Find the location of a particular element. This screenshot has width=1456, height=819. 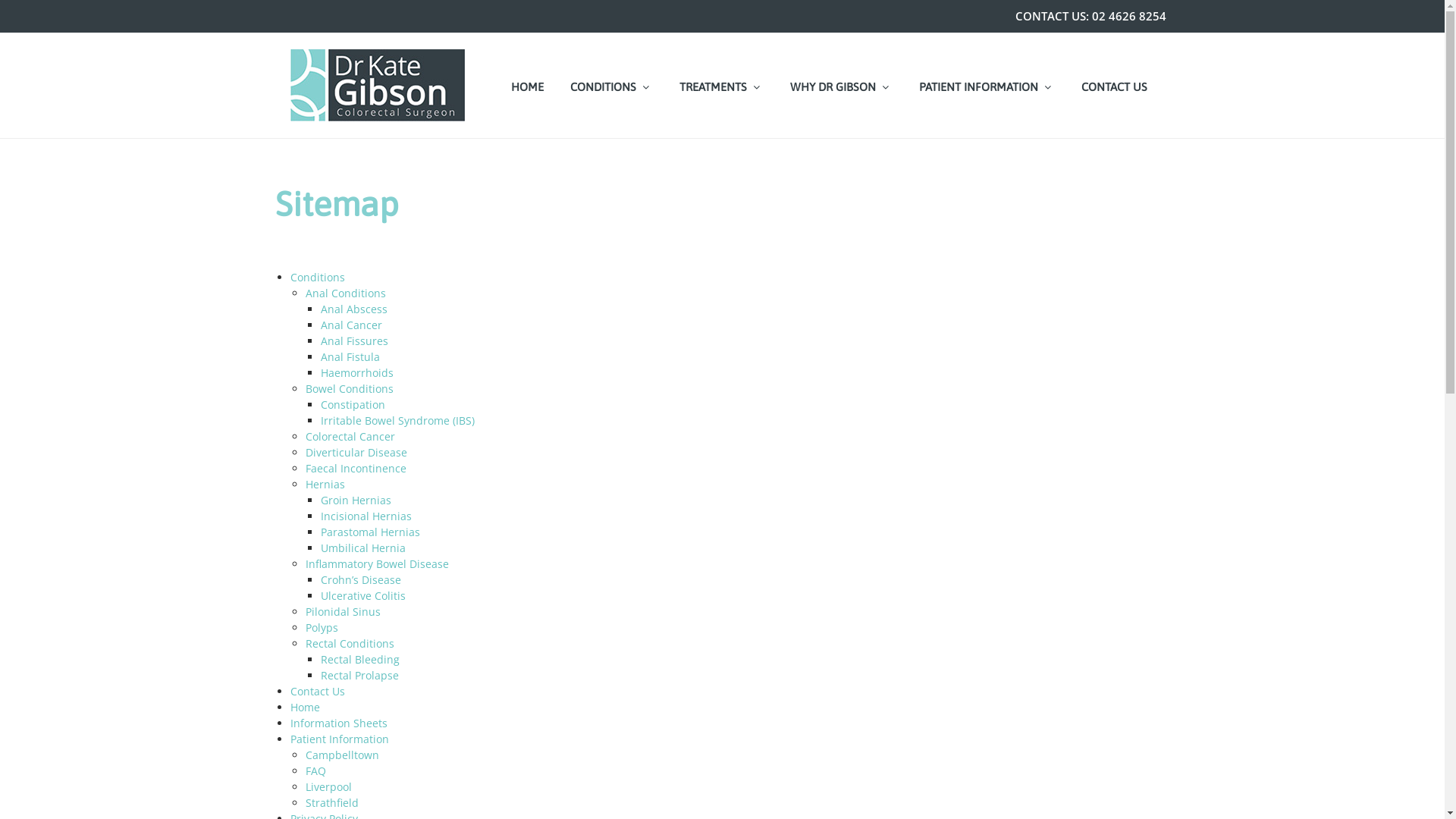

'Anal Fistula' is located at coordinates (348, 356).